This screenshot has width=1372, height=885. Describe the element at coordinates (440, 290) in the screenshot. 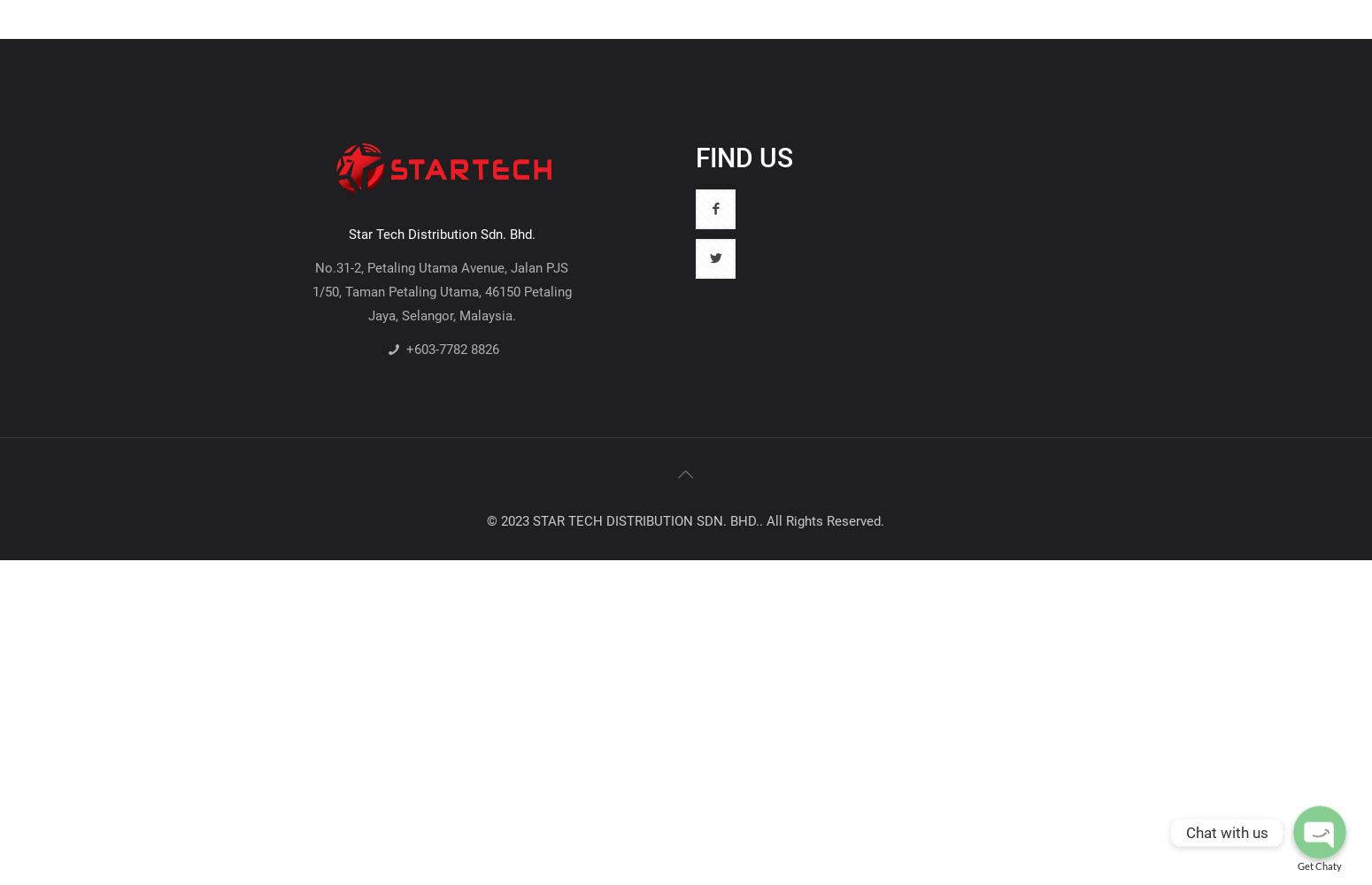

I see `'No.31-2, Petaling Utama Avenue,
Jalan PJS 1/50, Taman Petaling Utama, 46150 Petaling Jaya, Selangor, Malaysia.'` at that location.